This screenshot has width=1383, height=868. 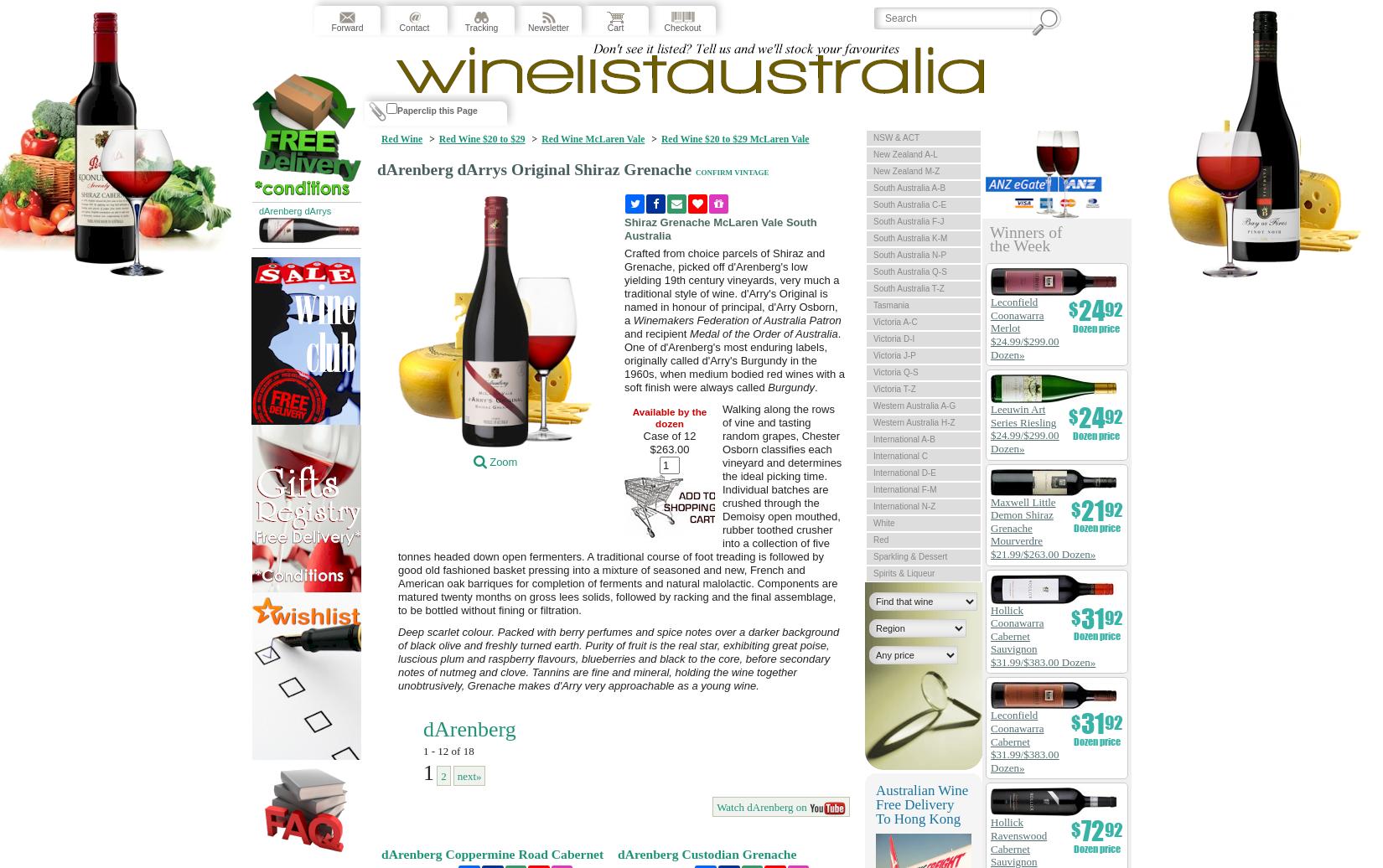 What do you see at coordinates (491, 854) in the screenshot?
I see `'dArenberg Coppermine Road Cabernet'` at bounding box center [491, 854].